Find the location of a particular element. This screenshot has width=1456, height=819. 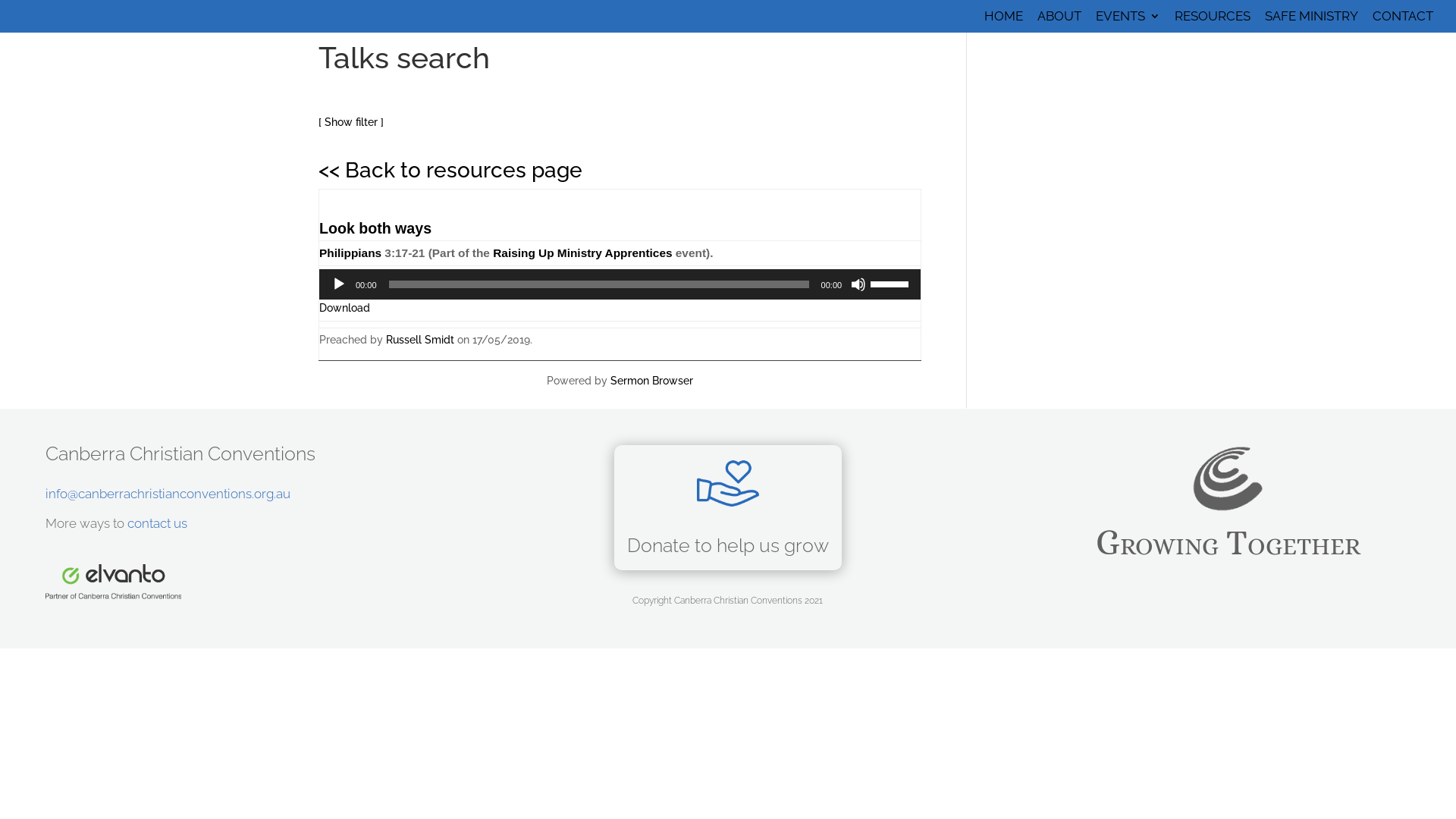

'<< Back to resources page' is located at coordinates (318, 170).